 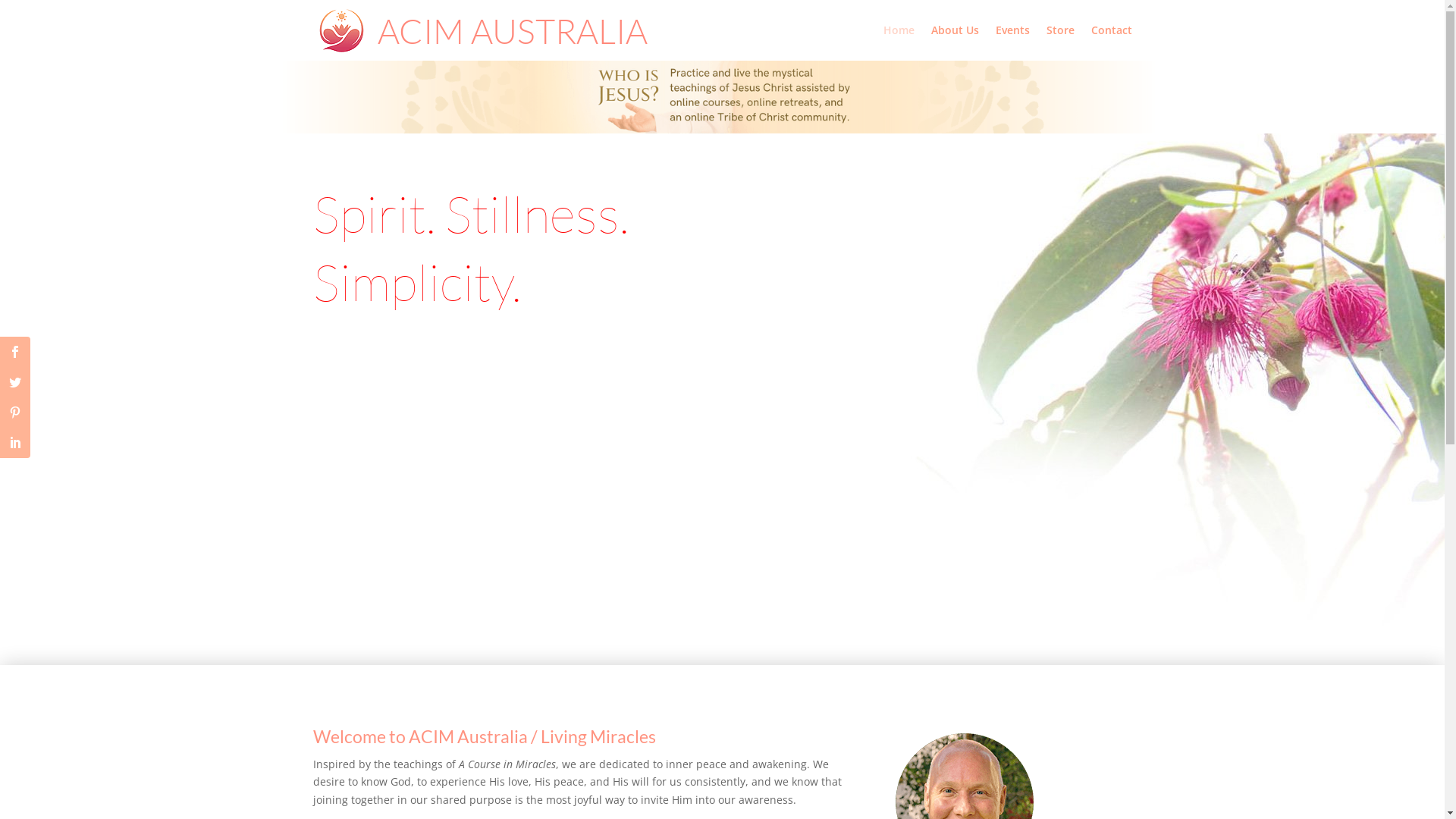 I want to click on 'Store', so click(x=1059, y=42).